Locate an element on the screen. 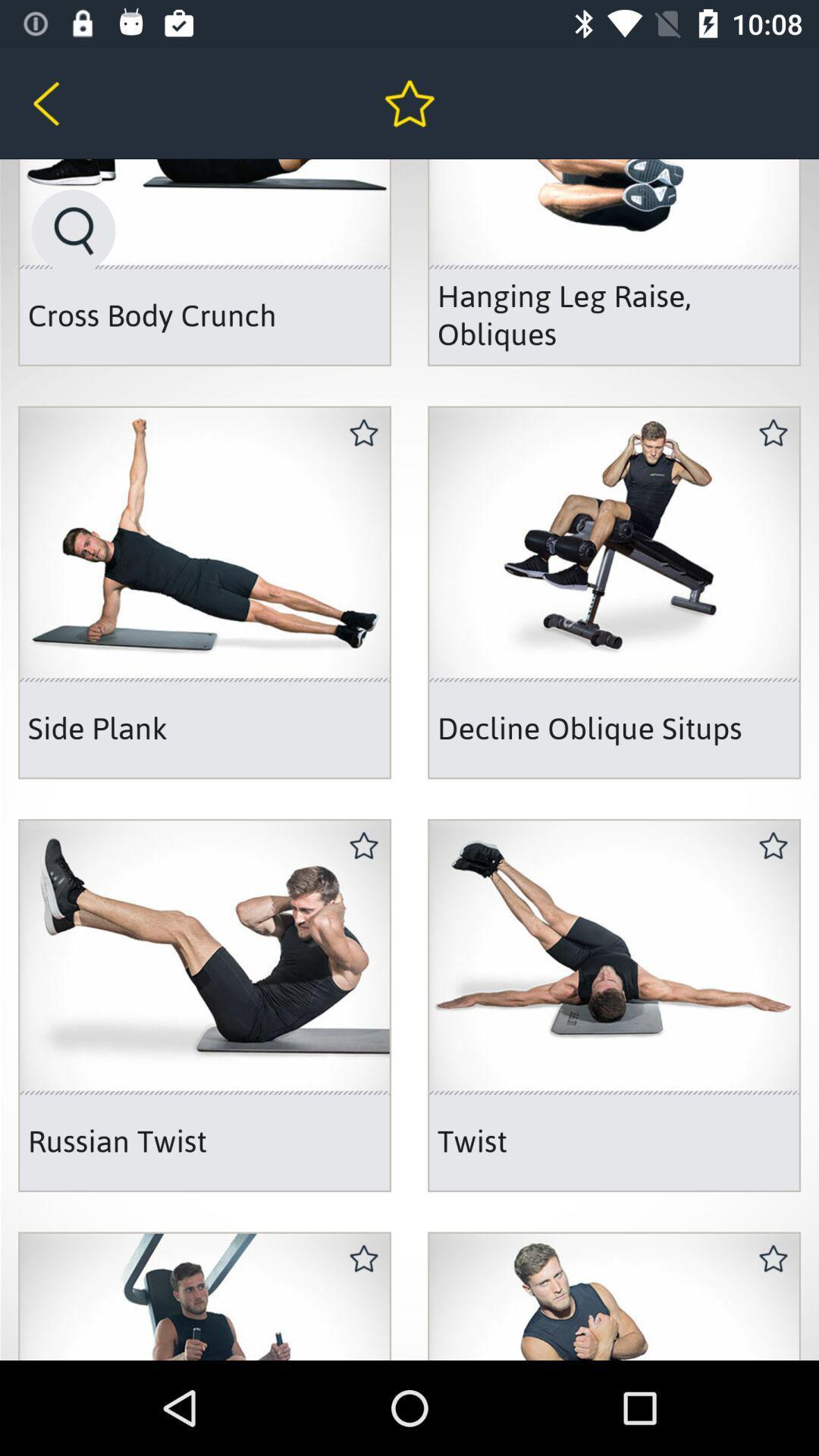 The image size is (819, 1456). the image russian twist is located at coordinates (205, 1005).